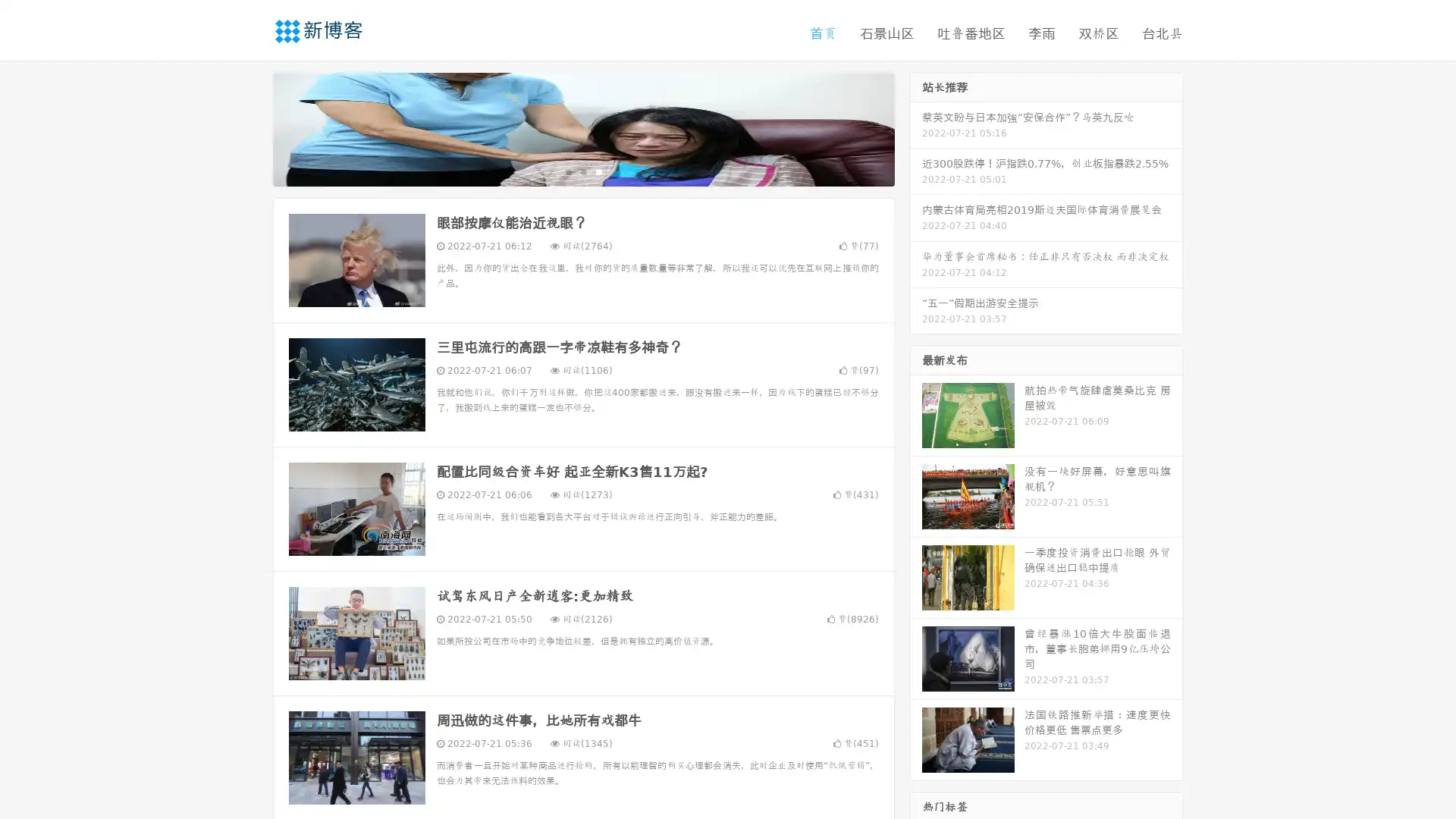  What do you see at coordinates (567, 171) in the screenshot?
I see `Go to slide 1` at bounding box center [567, 171].